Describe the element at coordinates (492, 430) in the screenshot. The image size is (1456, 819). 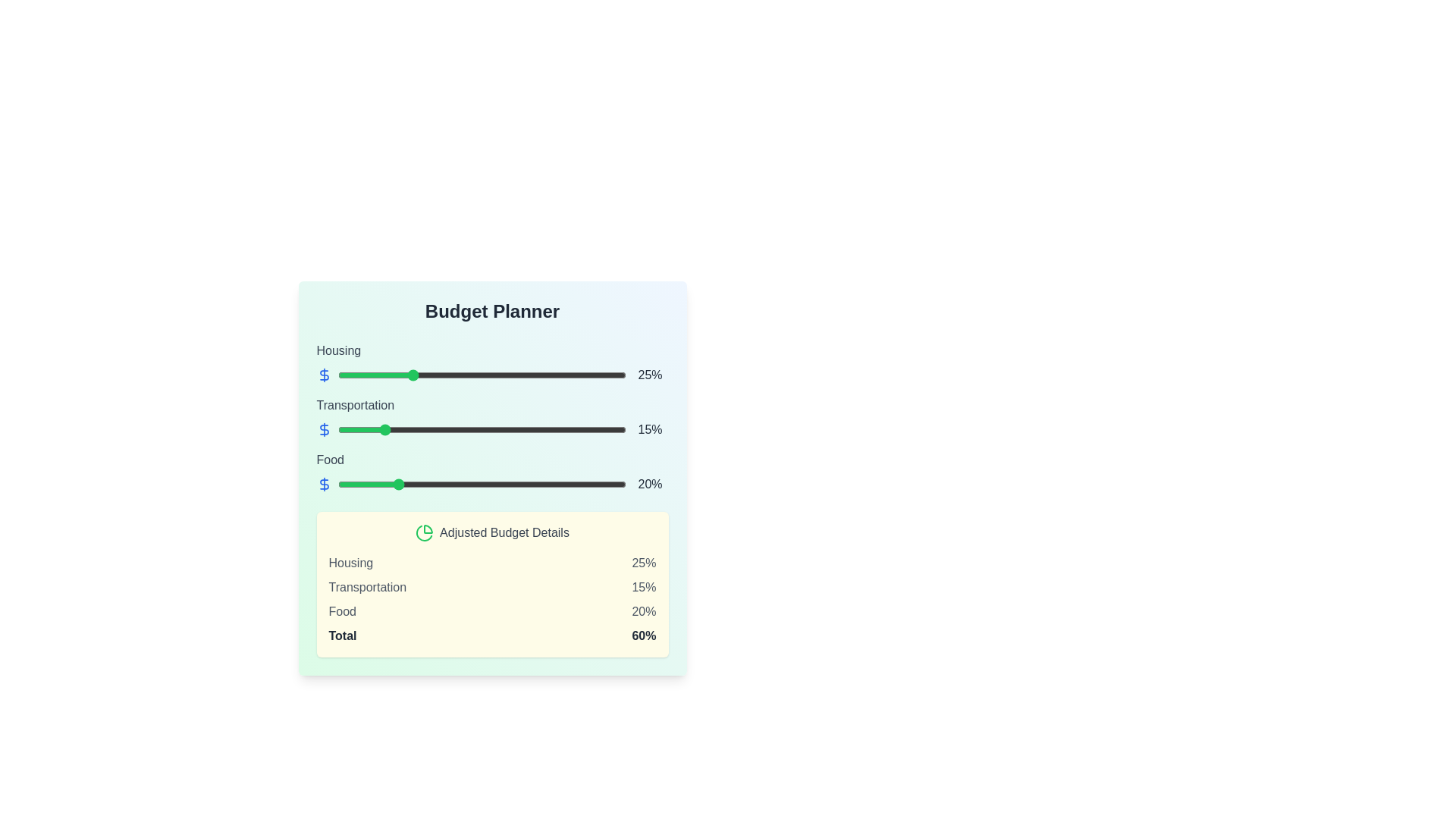
I see `percentage value displayed as '15%' on the text label located at the rightmost end of the horizontal slider in the 'Transportation' section` at that location.